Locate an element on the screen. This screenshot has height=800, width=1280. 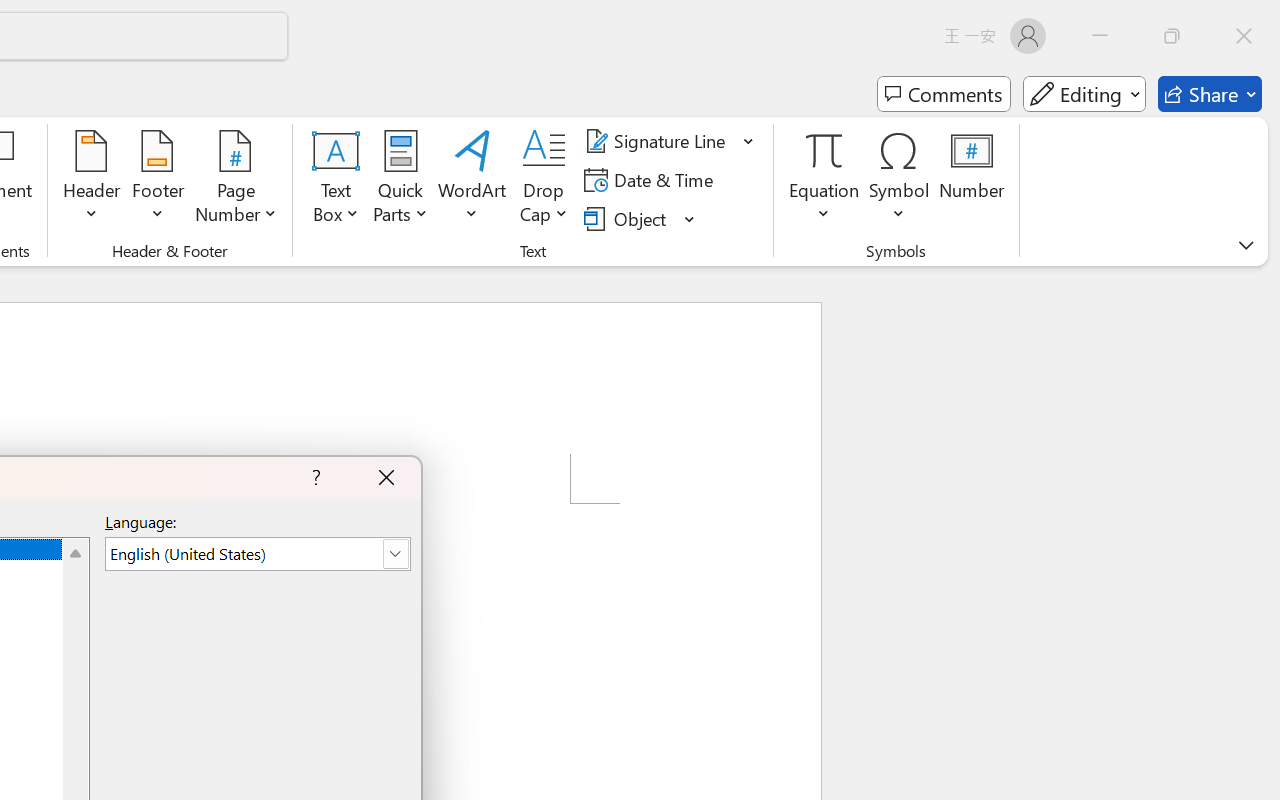
'Ribbon Display Options' is located at coordinates (1245, 244).